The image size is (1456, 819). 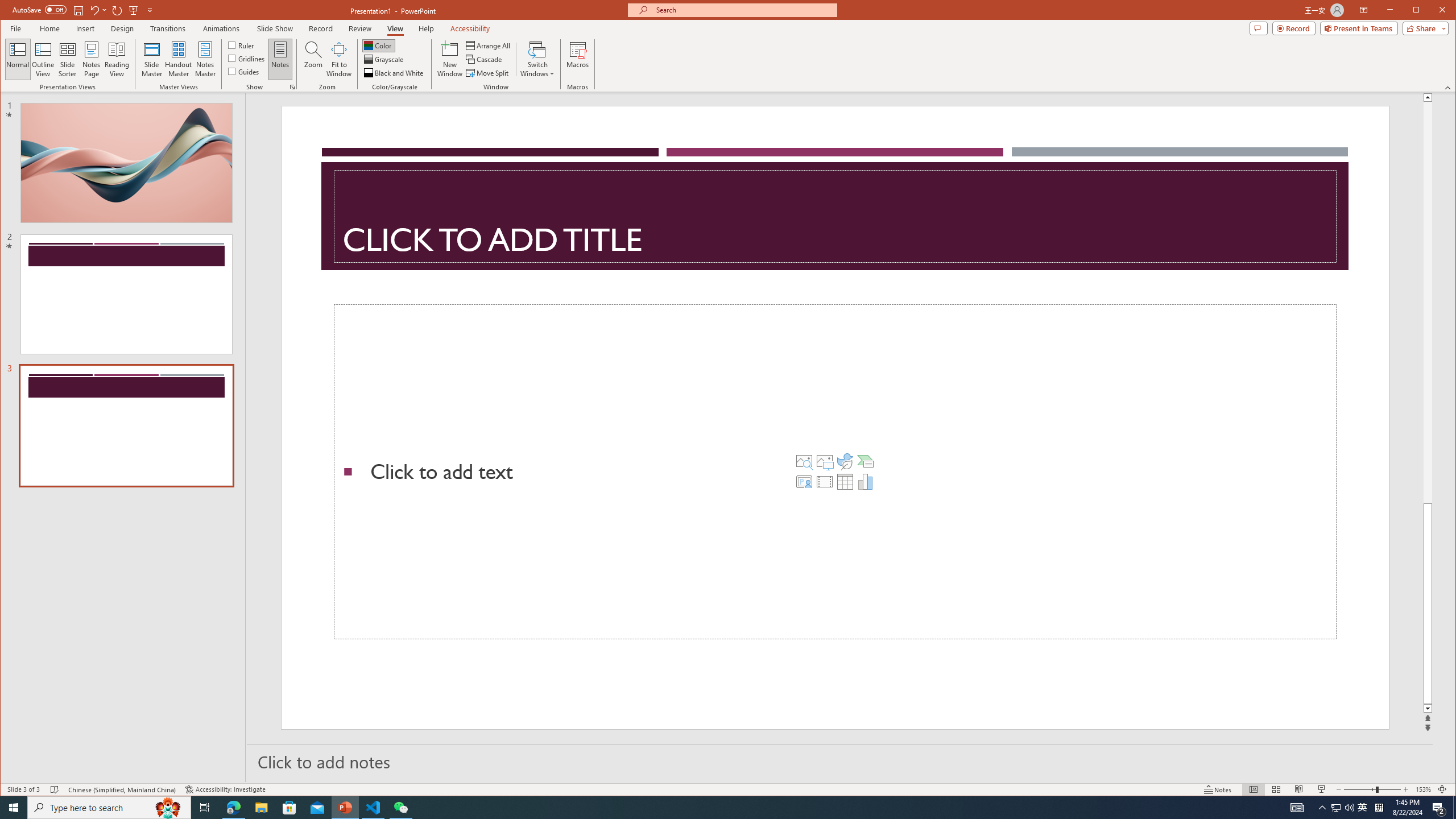 I want to click on 'Content Placeholder', so click(x=834, y=472).